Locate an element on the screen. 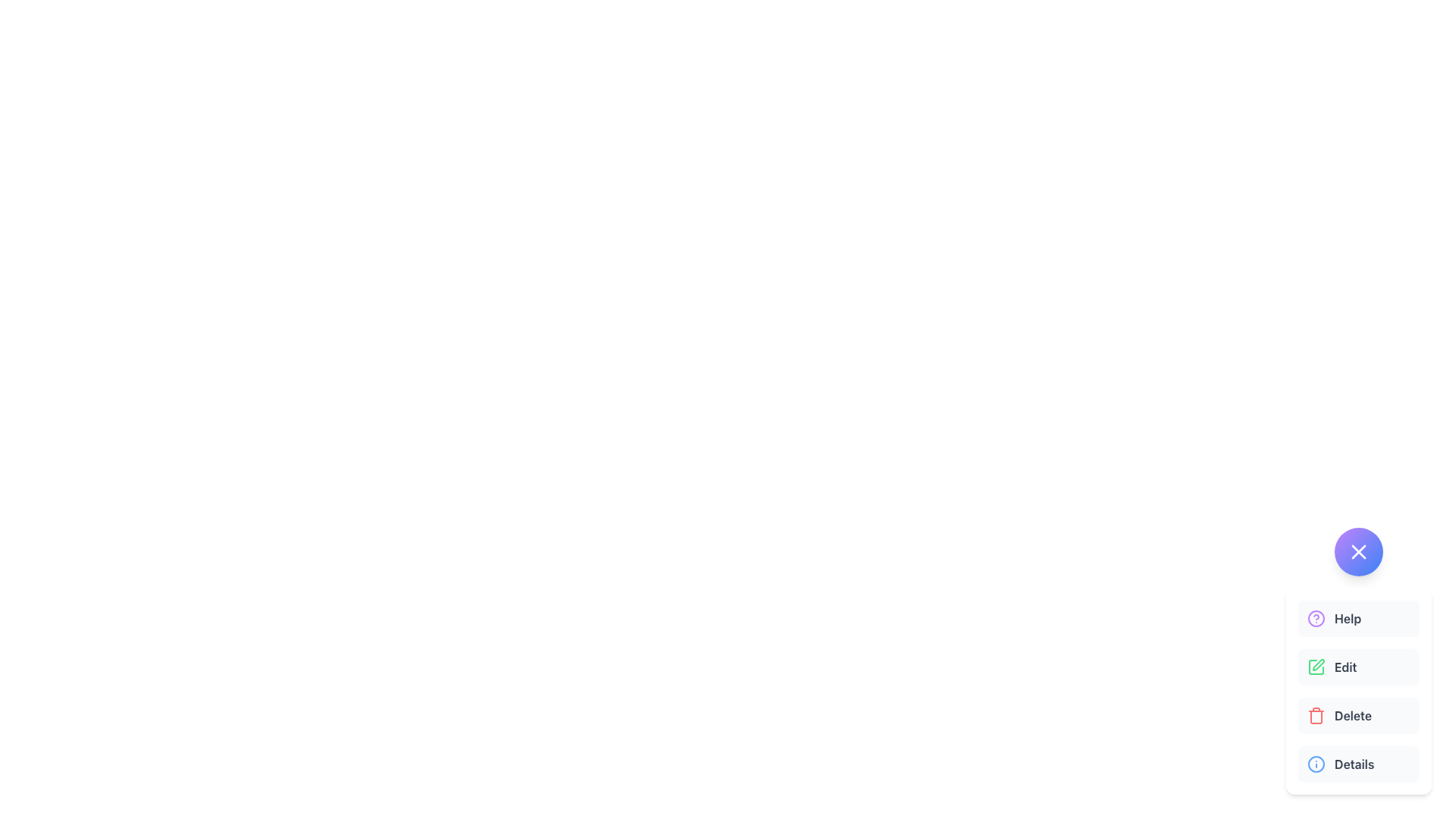  text content of the help button label located to the right of the purple help icon in the vertical menu on the right side of the interface is located at coordinates (1348, 619).